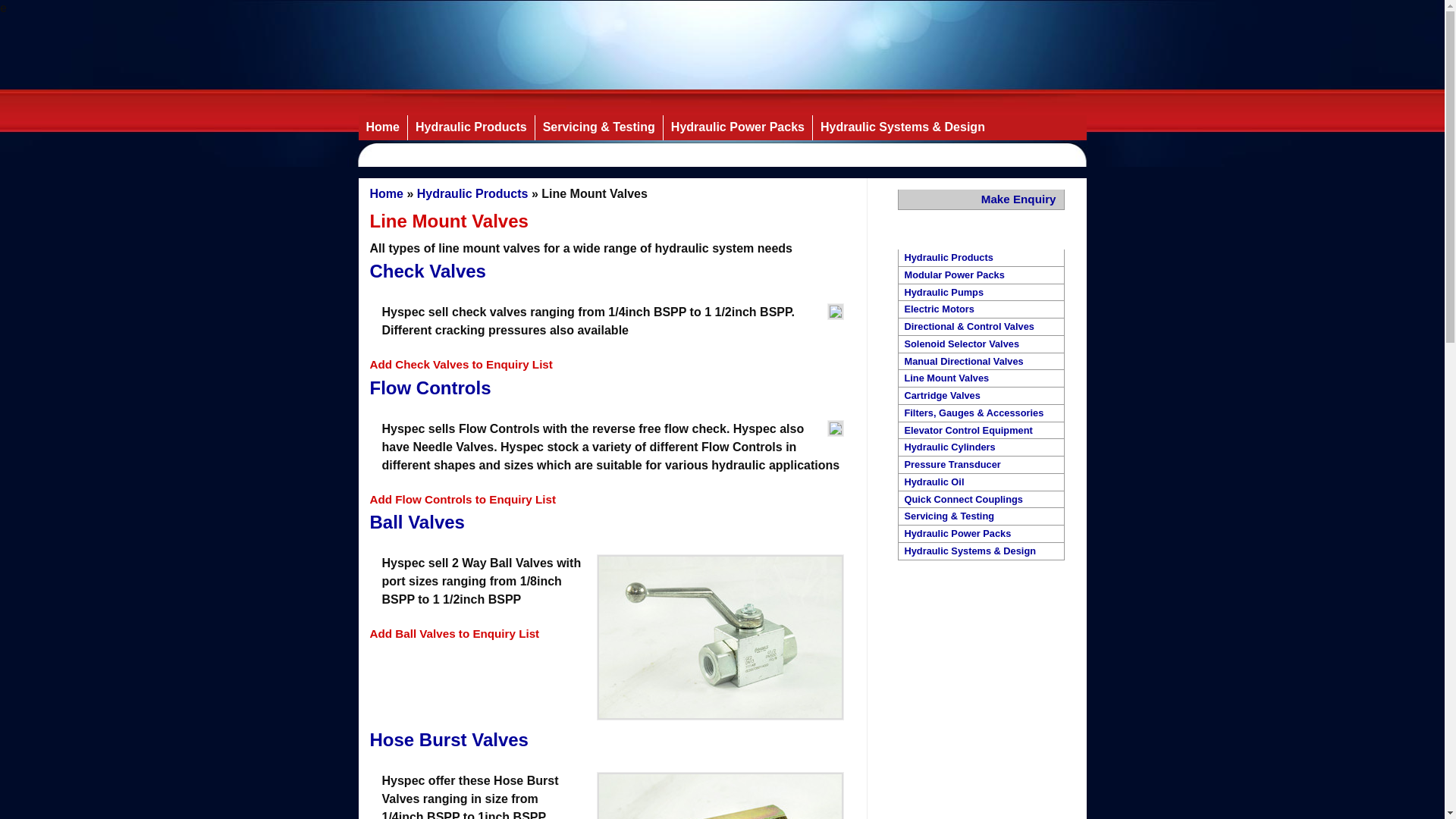  Describe the element at coordinates (460, 364) in the screenshot. I see `'Add Check Valves to Enquiry List'` at that location.